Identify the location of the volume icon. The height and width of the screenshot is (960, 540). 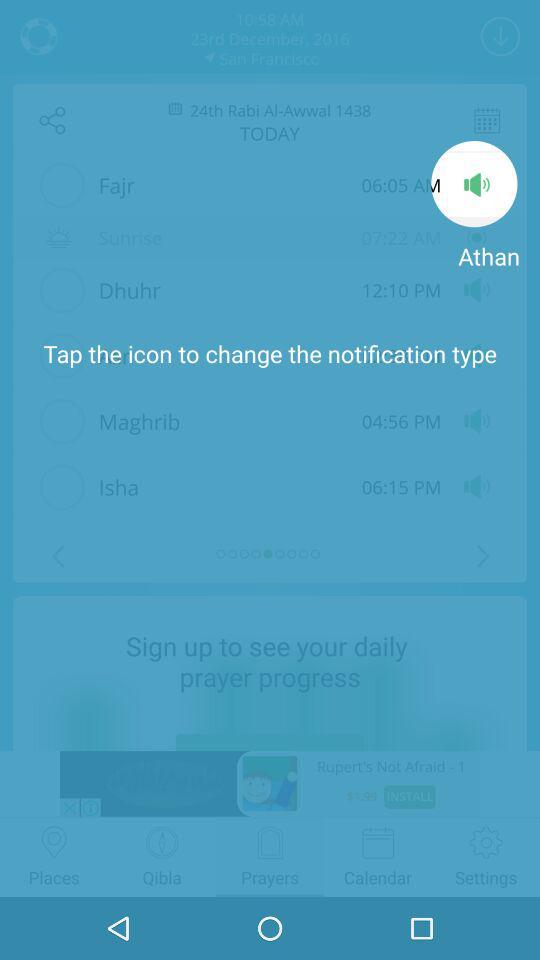
(473, 184).